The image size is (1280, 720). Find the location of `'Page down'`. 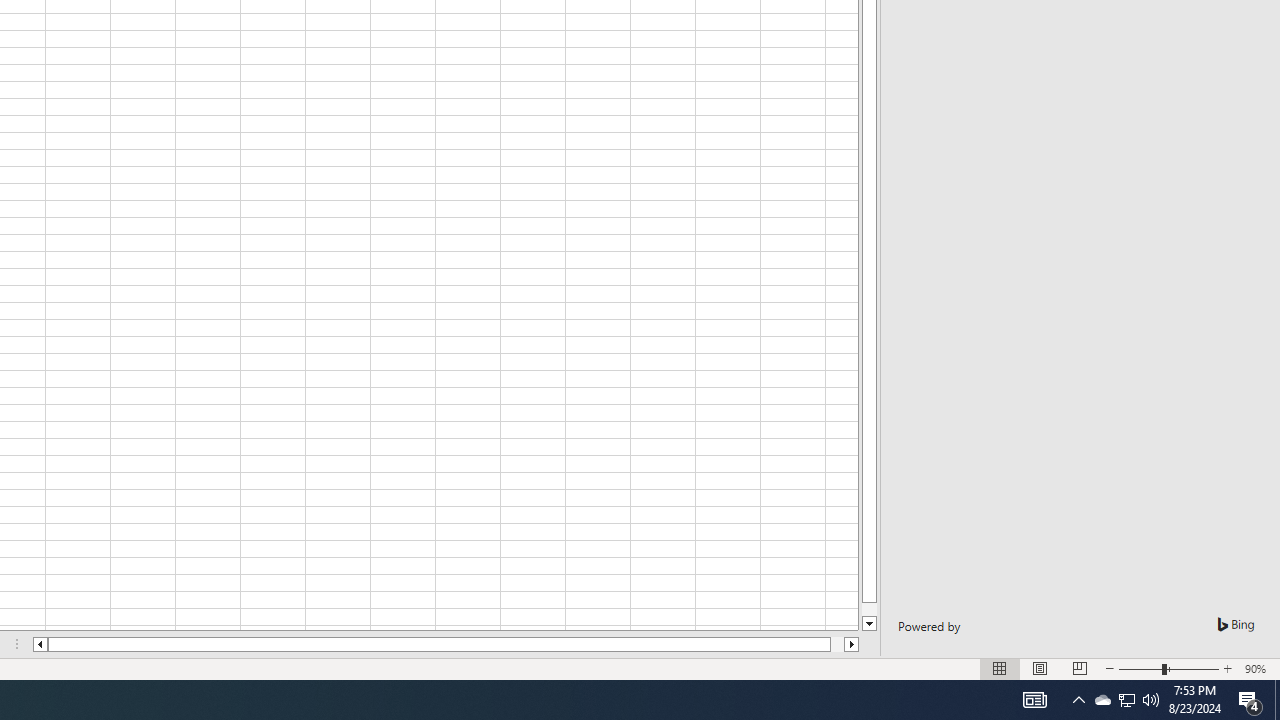

'Page down' is located at coordinates (869, 608).